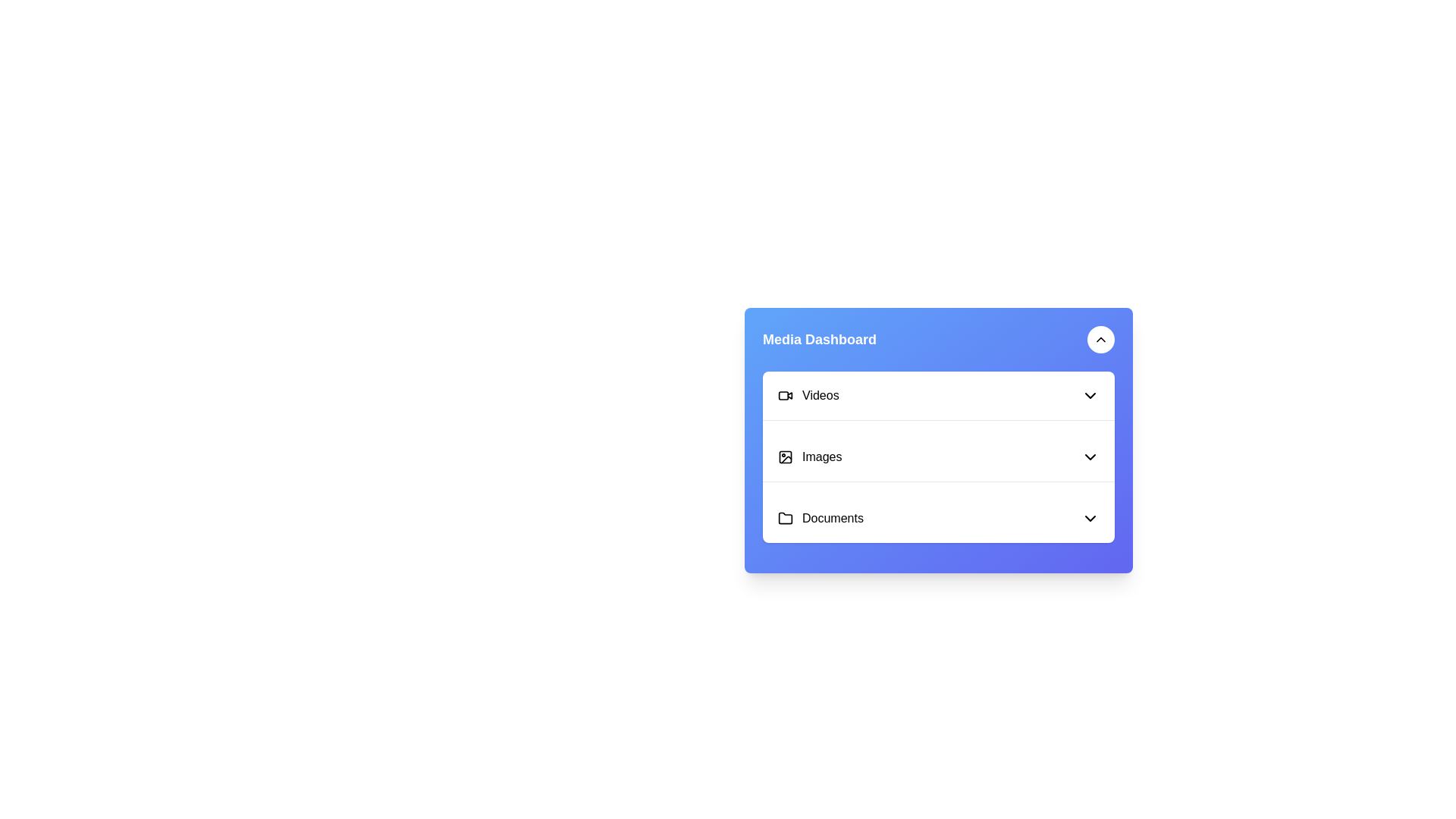  Describe the element at coordinates (938, 517) in the screenshot. I see `the 'Documents' navigation menu item, which is the third item in the vertical menu list` at that location.